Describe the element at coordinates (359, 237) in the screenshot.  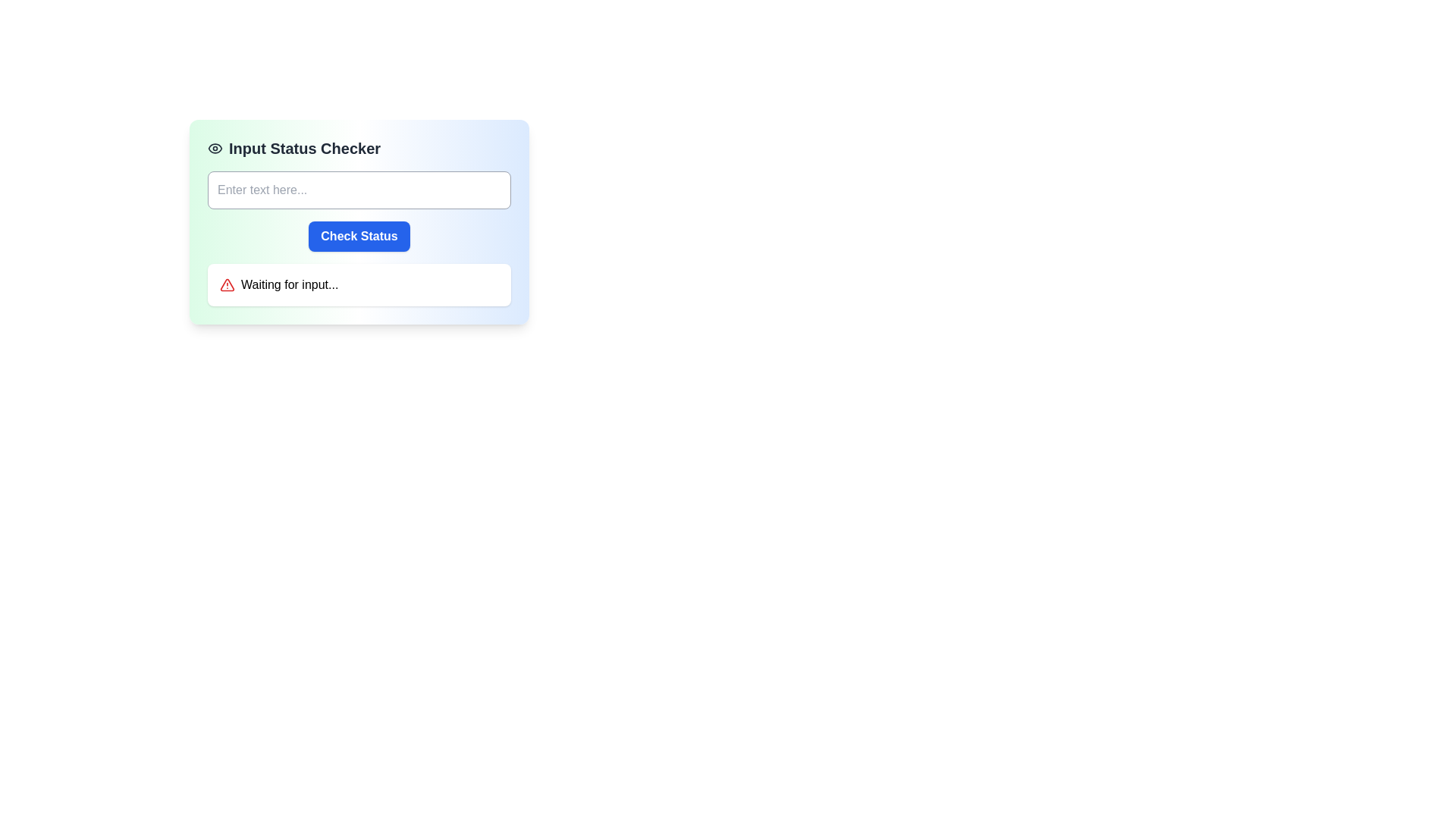
I see `the 'Check Status' button, which is a rounded rectangular button with white text on a blue background, located below the text input field in the 'Input Status Checker' interface` at that location.